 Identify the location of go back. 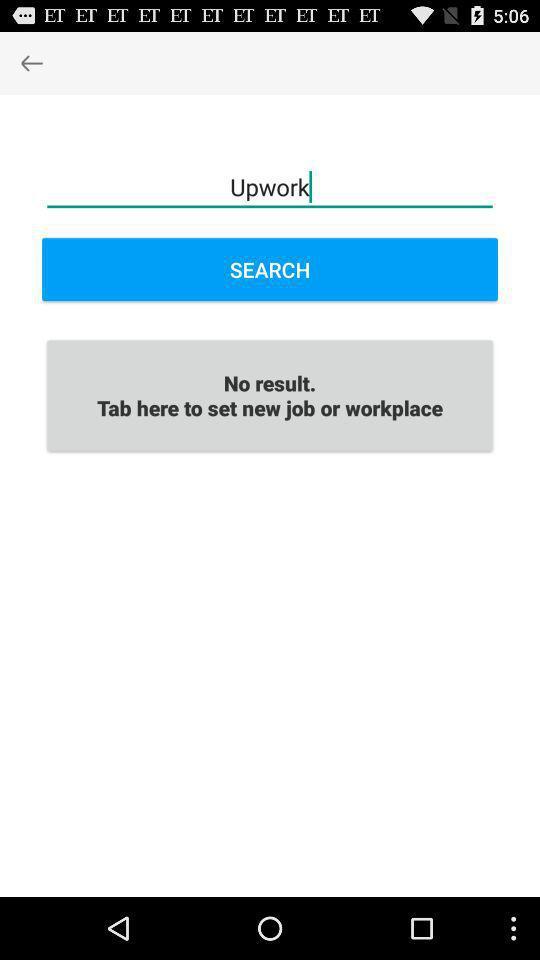
(30, 62).